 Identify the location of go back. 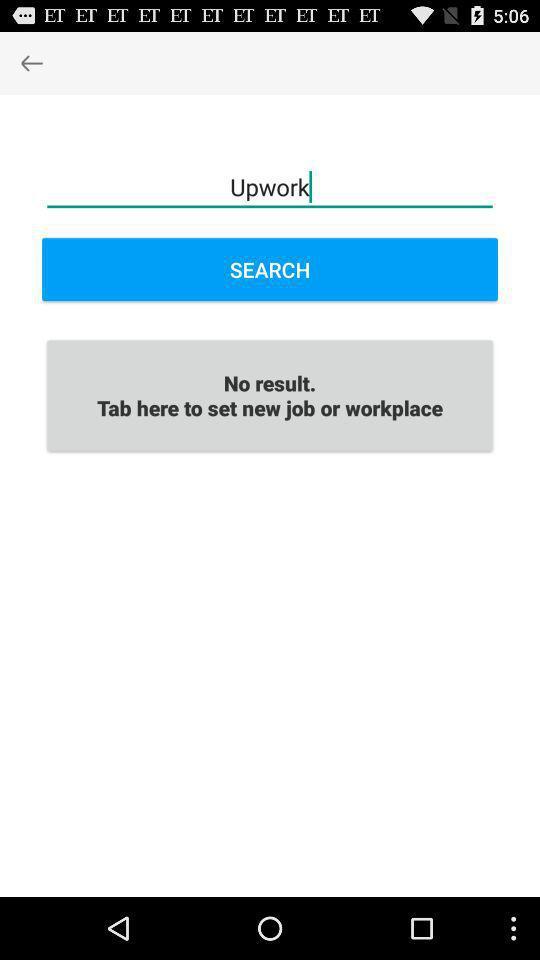
(30, 62).